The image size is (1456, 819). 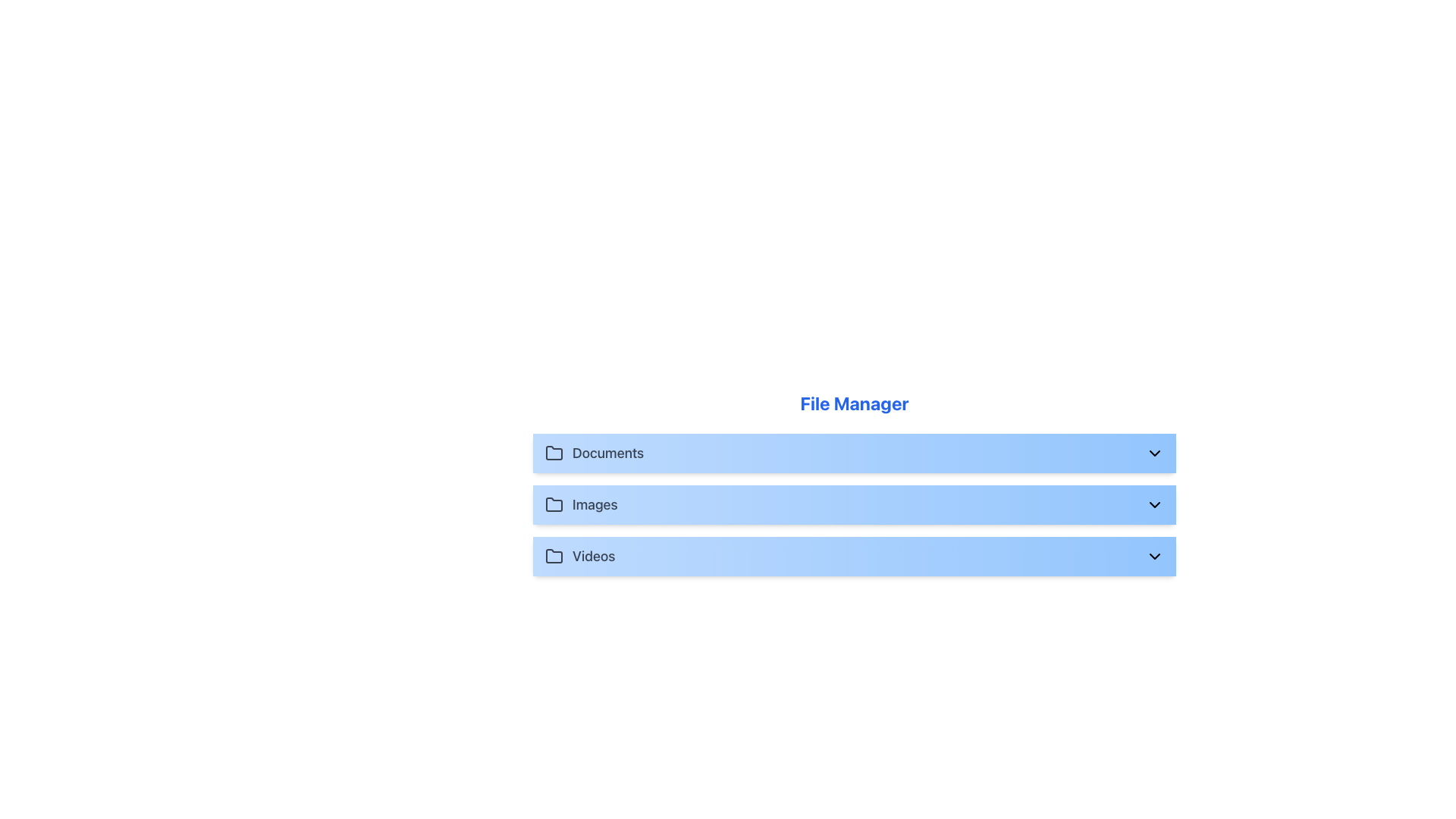 What do you see at coordinates (553, 555) in the screenshot?
I see `the small gray folder icon located on the left side of the 'Videos' row` at bounding box center [553, 555].